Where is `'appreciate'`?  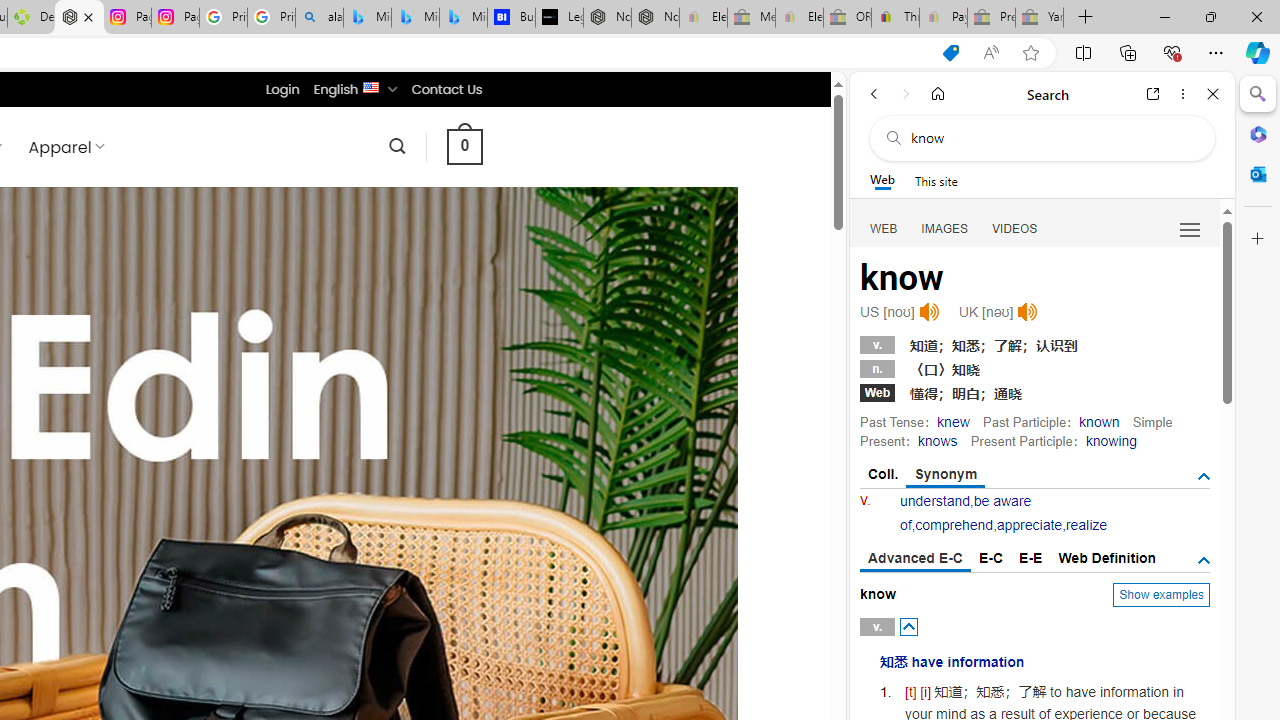
'appreciate' is located at coordinates (1029, 524).